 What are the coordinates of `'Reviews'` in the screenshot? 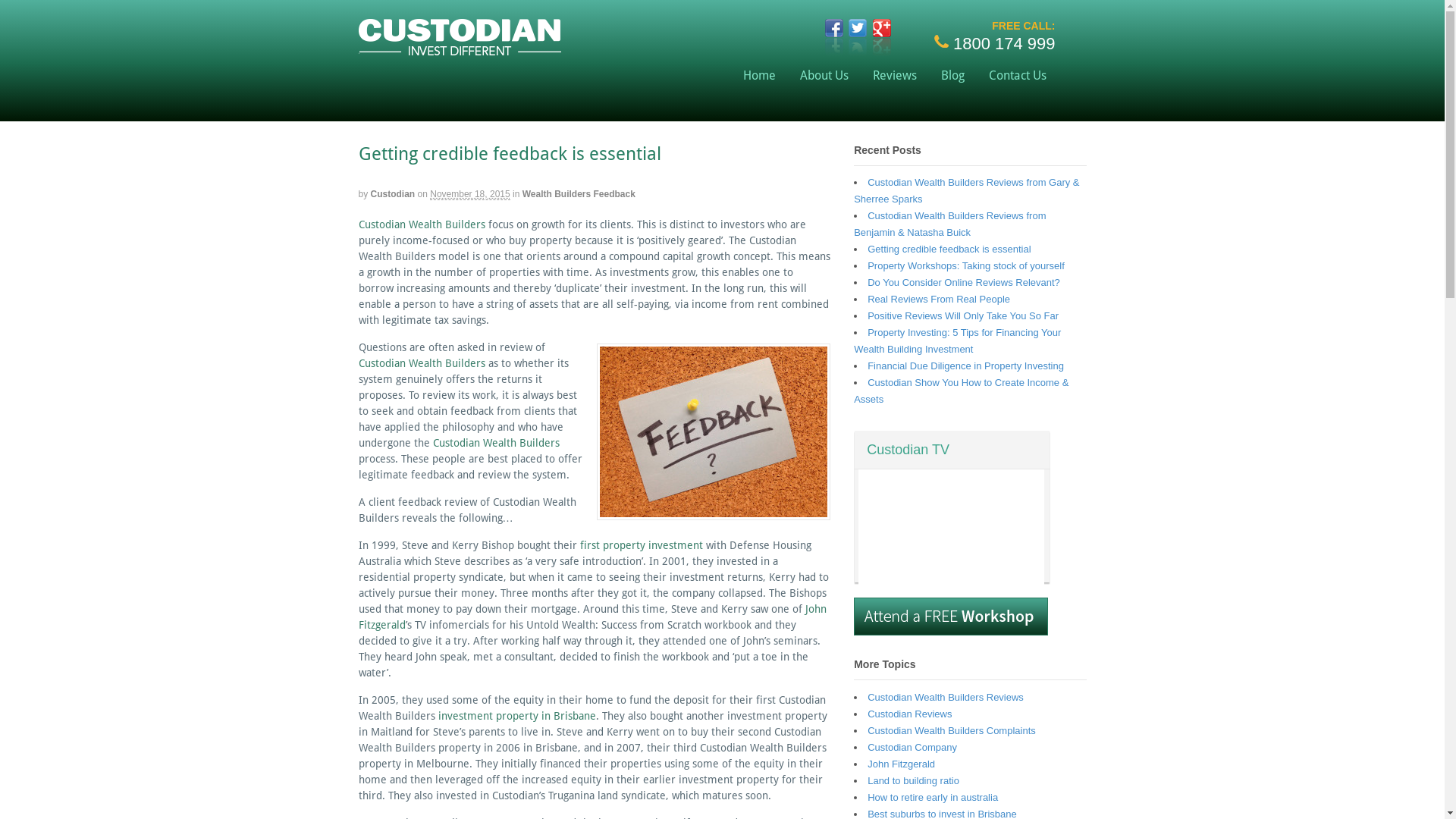 It's located at (860, 75).